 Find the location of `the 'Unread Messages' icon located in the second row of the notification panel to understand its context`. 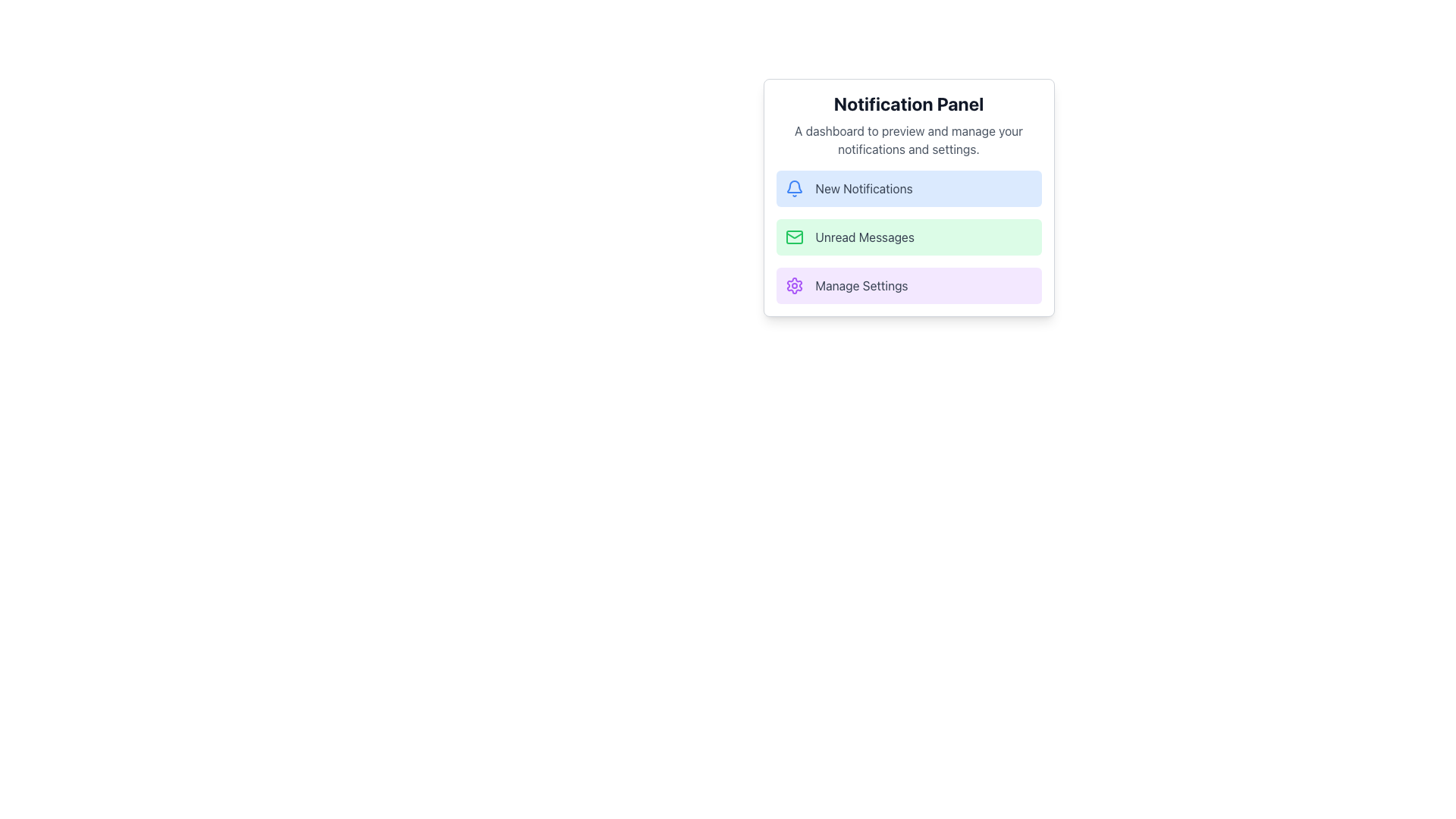

the 'Unread Messages' icon located in the second row of the notification panel to understand its context is located at coordinates (793, 236).